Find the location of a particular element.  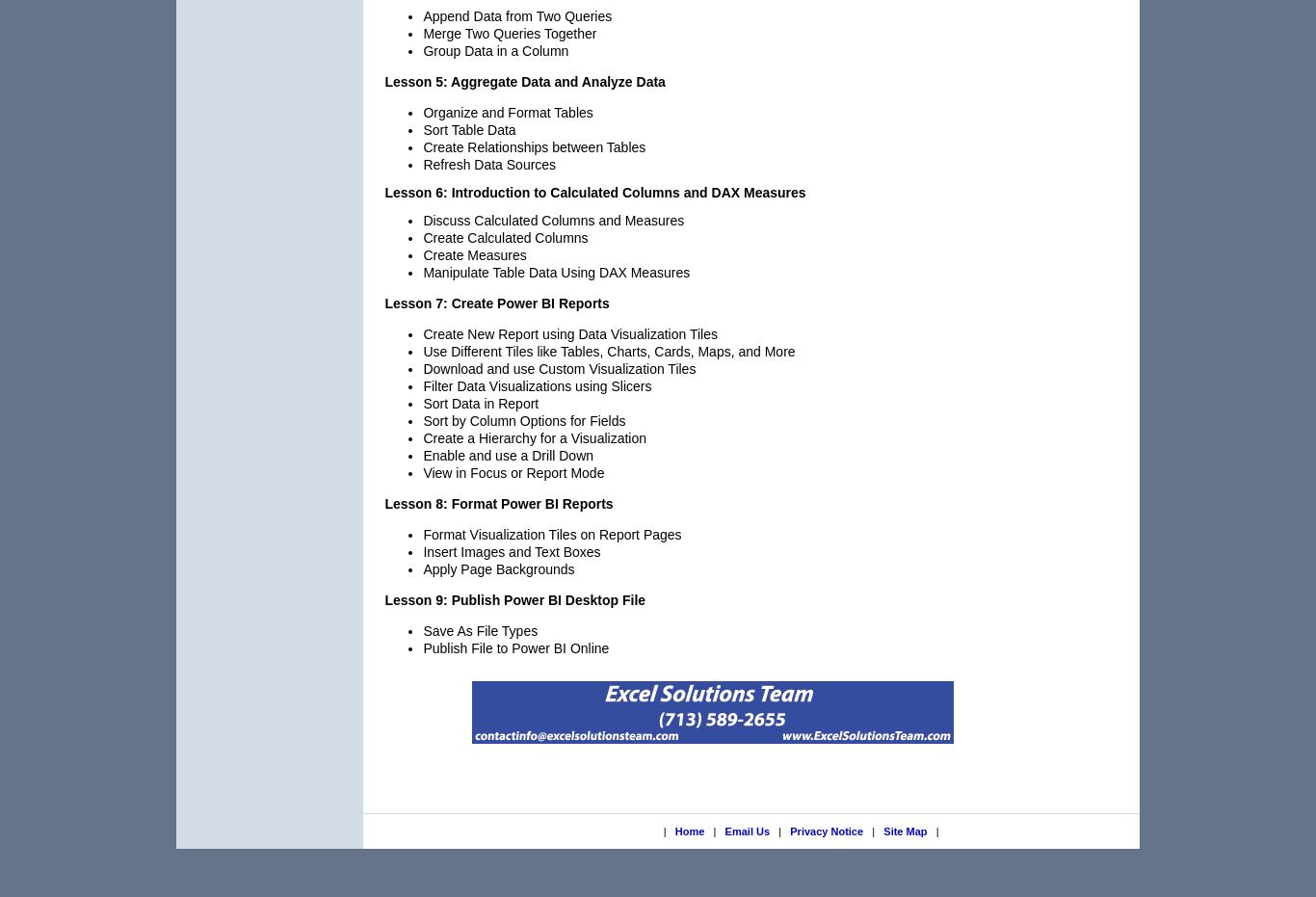

'Use Different Tiles like Tables, Charts, Cards, Maps, and More' is located at coordinates (608, 352).